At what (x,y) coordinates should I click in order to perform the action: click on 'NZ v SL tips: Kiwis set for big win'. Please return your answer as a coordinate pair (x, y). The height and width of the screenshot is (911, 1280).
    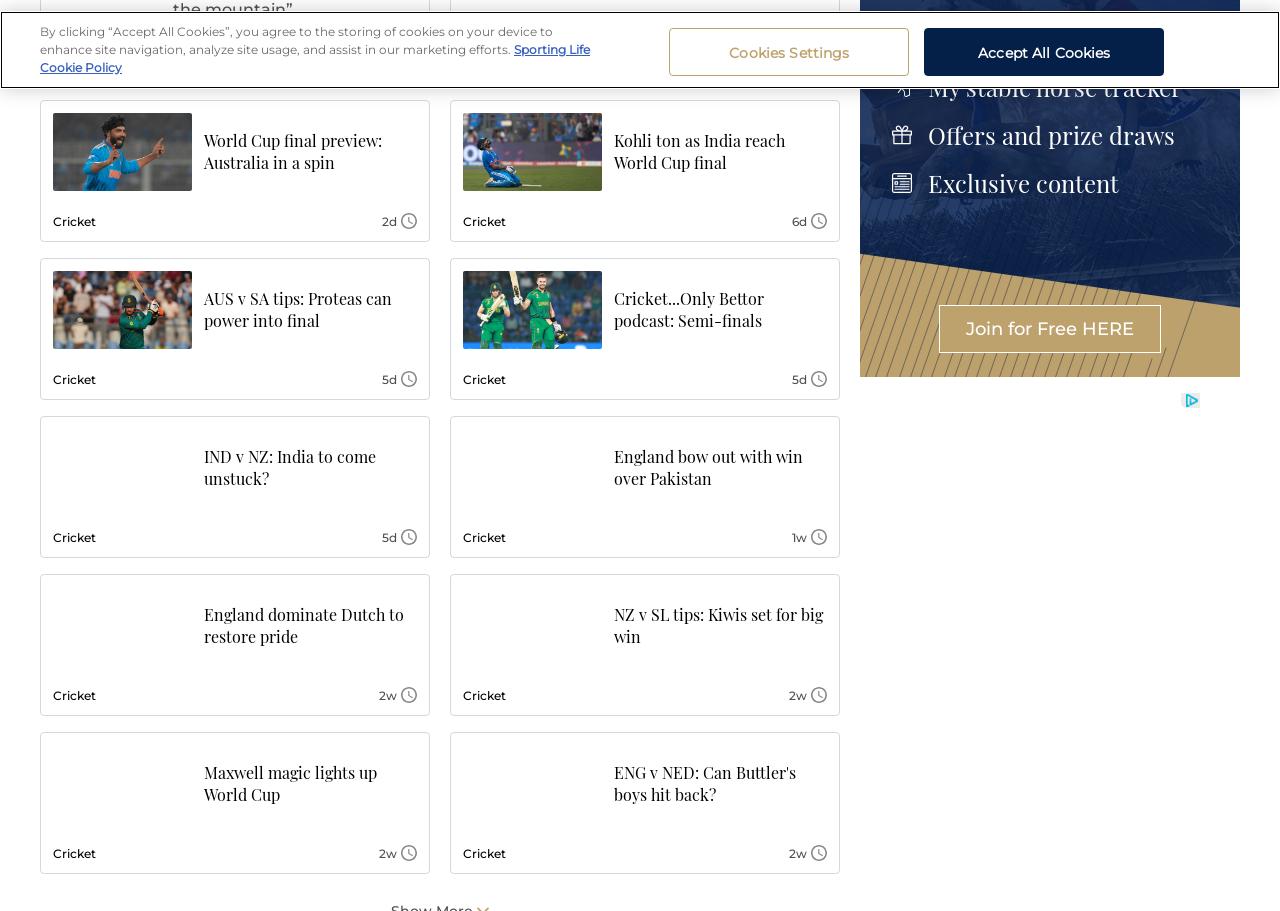
    Looking at the image, I should click on (718, 624).